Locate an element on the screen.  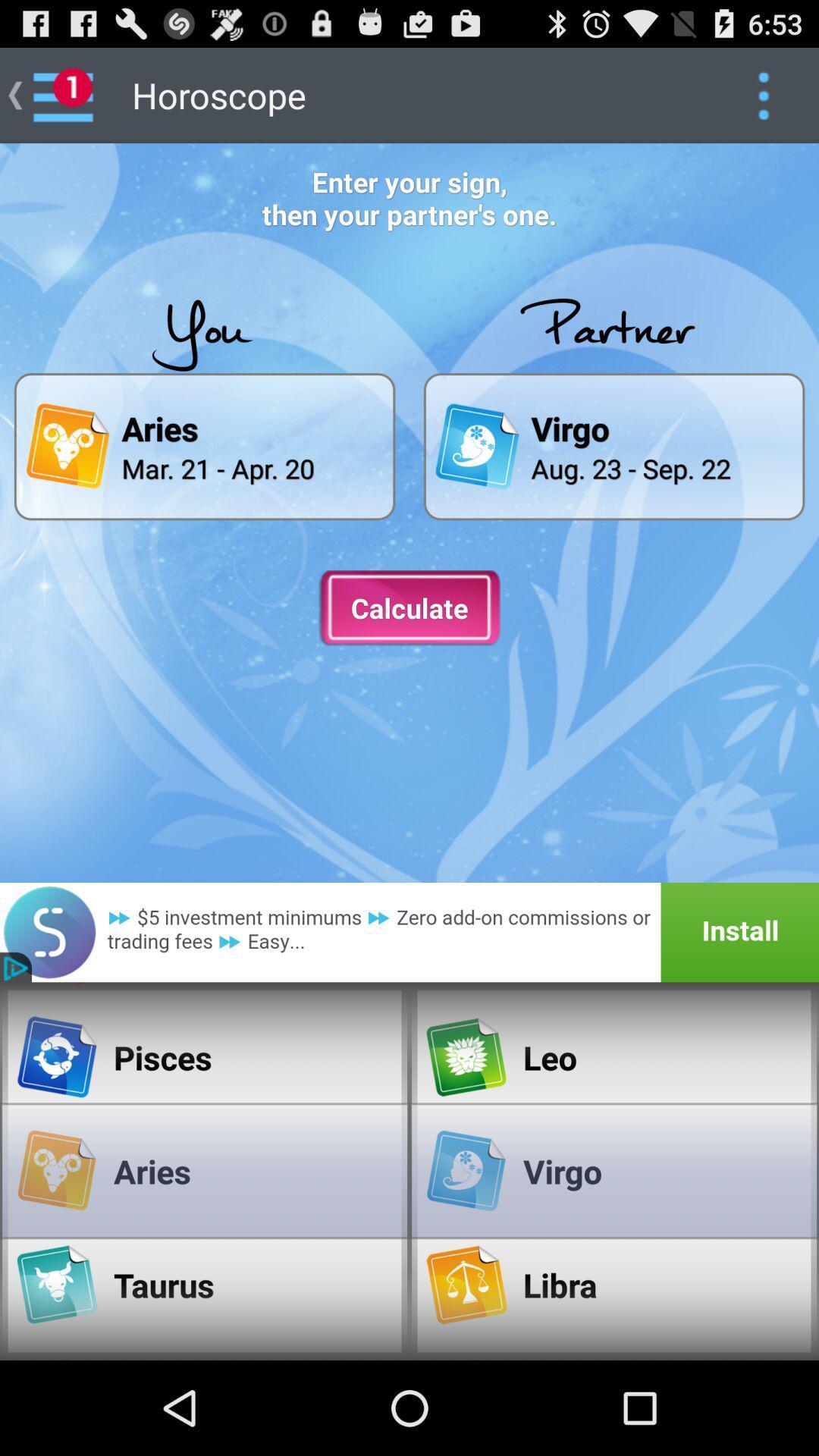
it is adverdisement is located at coordinates (409, 931).